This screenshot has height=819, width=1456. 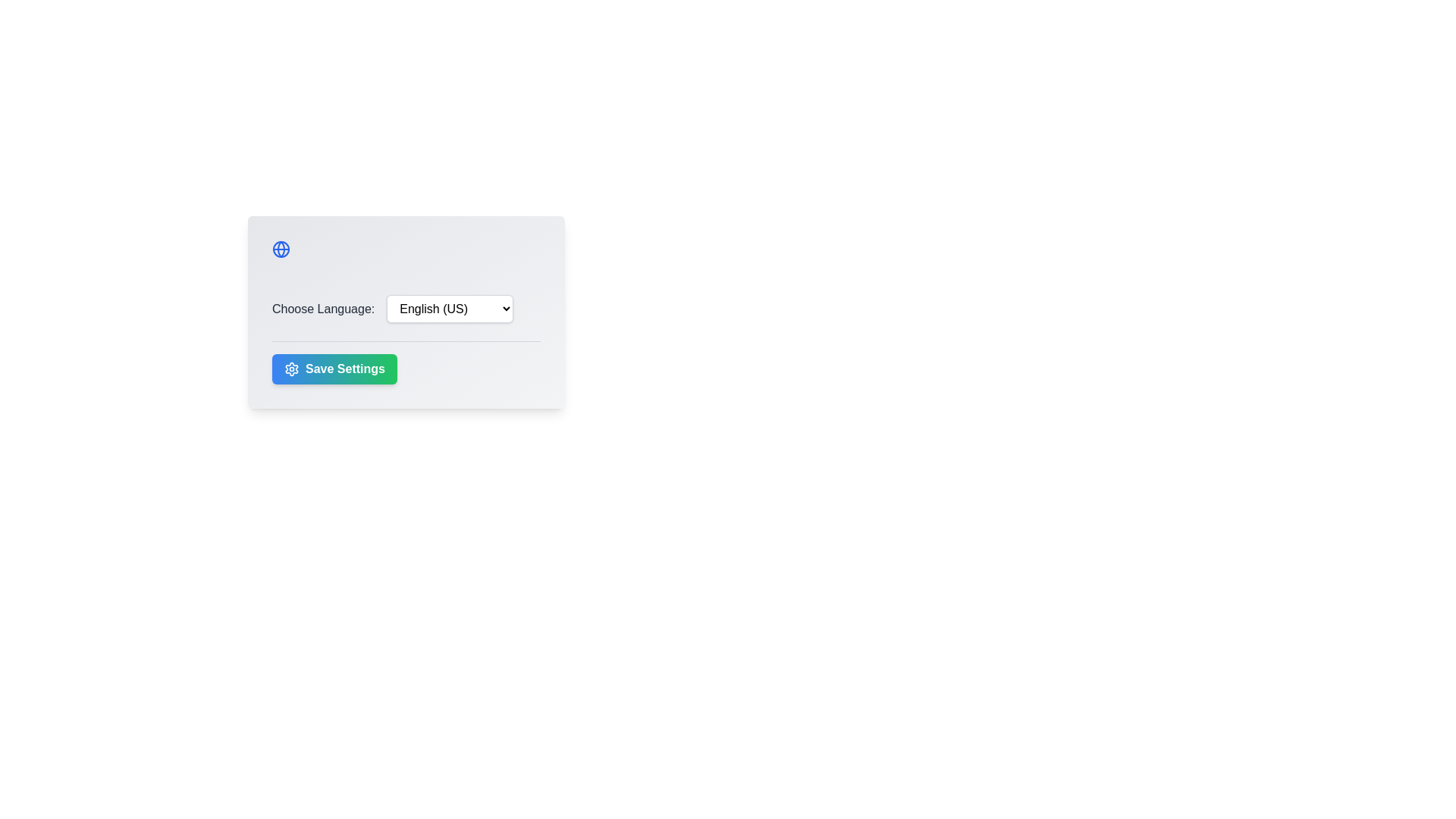 I want to click on the static text label that reads 'Choose Language:', which is styled in dark gray and positioned to the left of the dropdown menu, so click(x=322, y=308).